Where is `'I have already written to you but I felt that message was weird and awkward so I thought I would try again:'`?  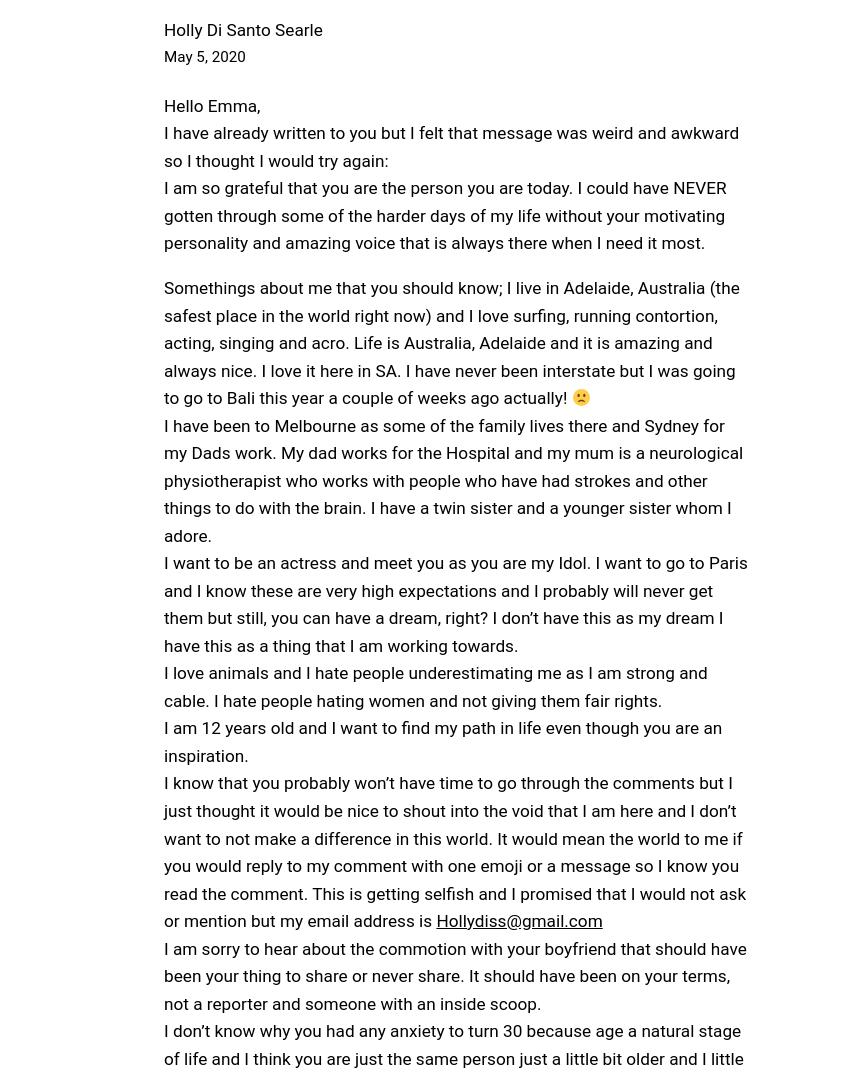
'I have already written to you but I felt that message was weird and awkward so I thought I would try again:' is located at coordinates (163, 145).